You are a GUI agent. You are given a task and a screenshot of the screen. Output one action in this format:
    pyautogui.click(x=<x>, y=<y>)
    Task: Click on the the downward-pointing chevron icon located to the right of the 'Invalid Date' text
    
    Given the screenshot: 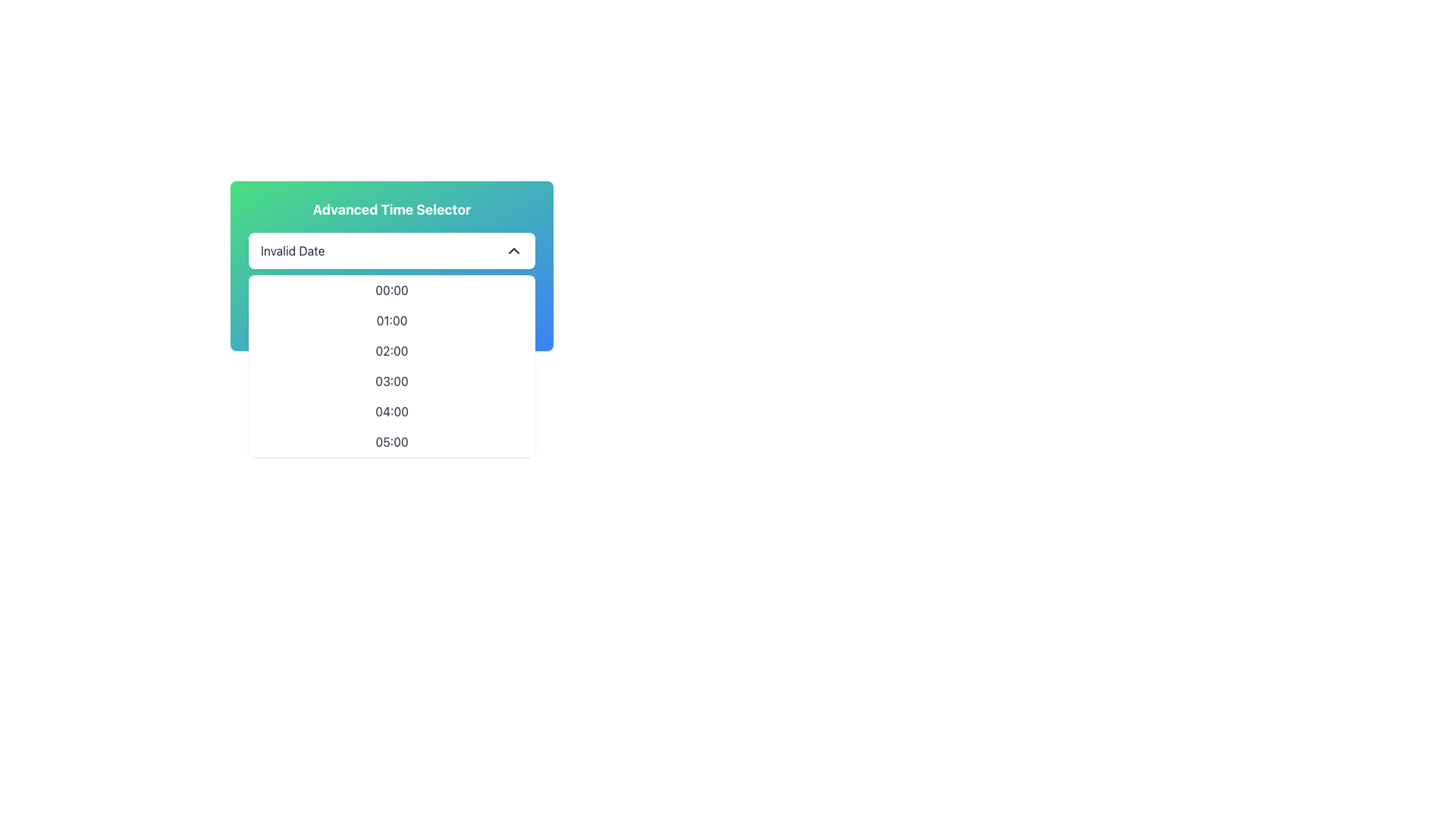 What is the action you would take?
    pyautogui.click(x=513, y=250)
    